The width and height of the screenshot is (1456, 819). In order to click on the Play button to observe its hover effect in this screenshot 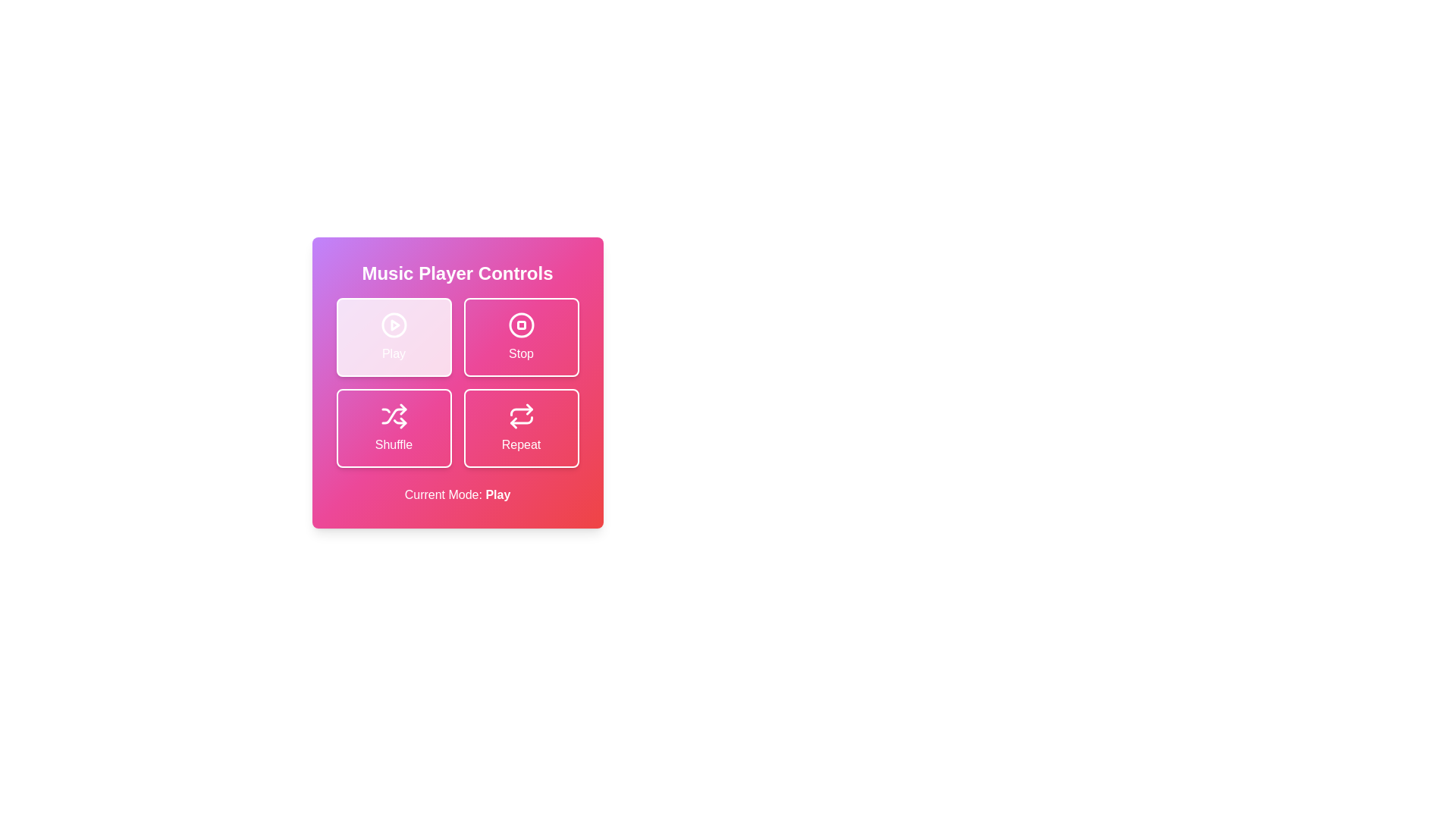, I will do `click(394, 336)`.